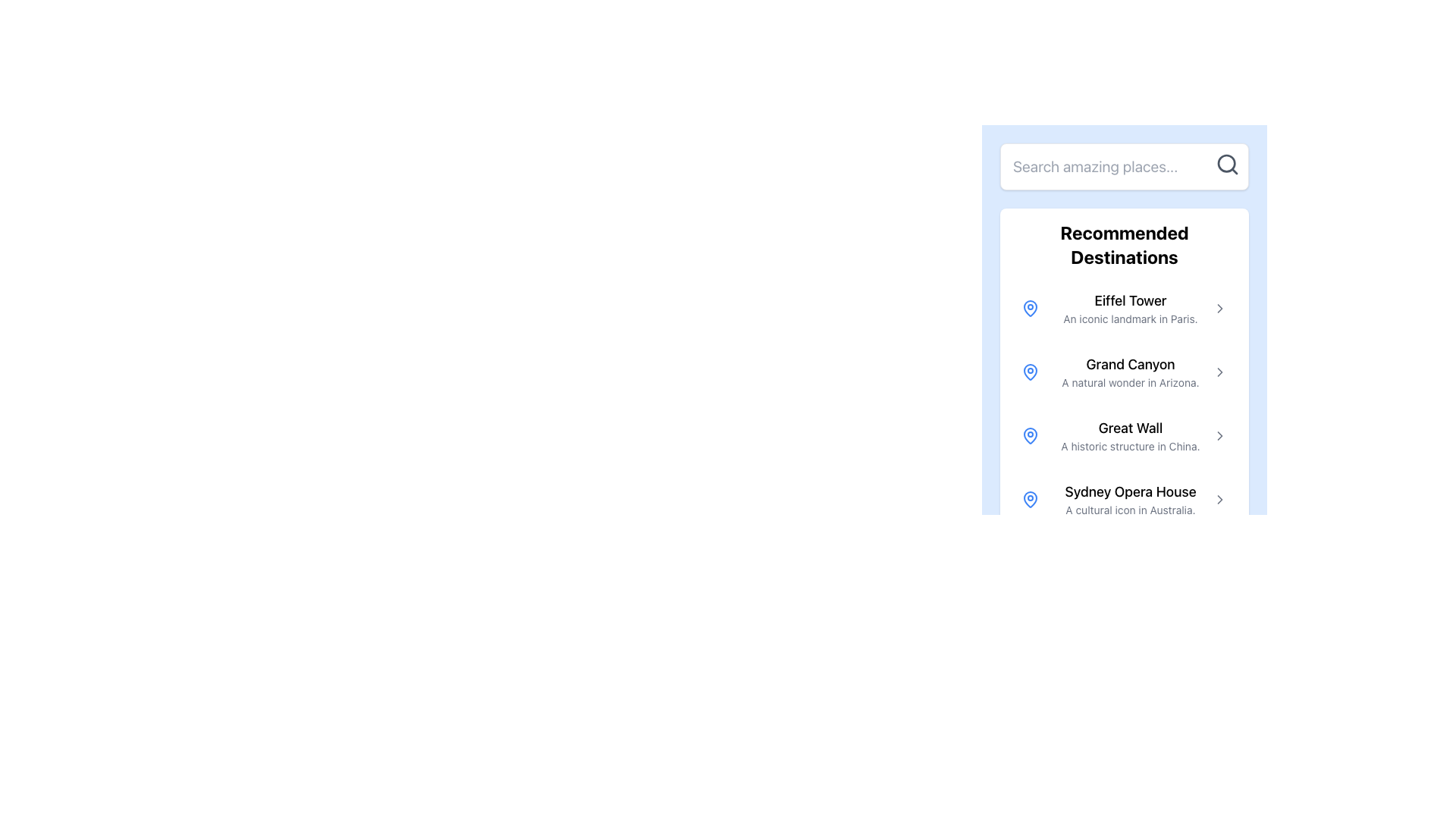 The height and width of the screenshot is (819, 1456). What do you see at coordinates (1125, 435) in the screenshot?
I see `the third list item in the 'Recommended Destinations' section` at bounding box center [1125, 435].